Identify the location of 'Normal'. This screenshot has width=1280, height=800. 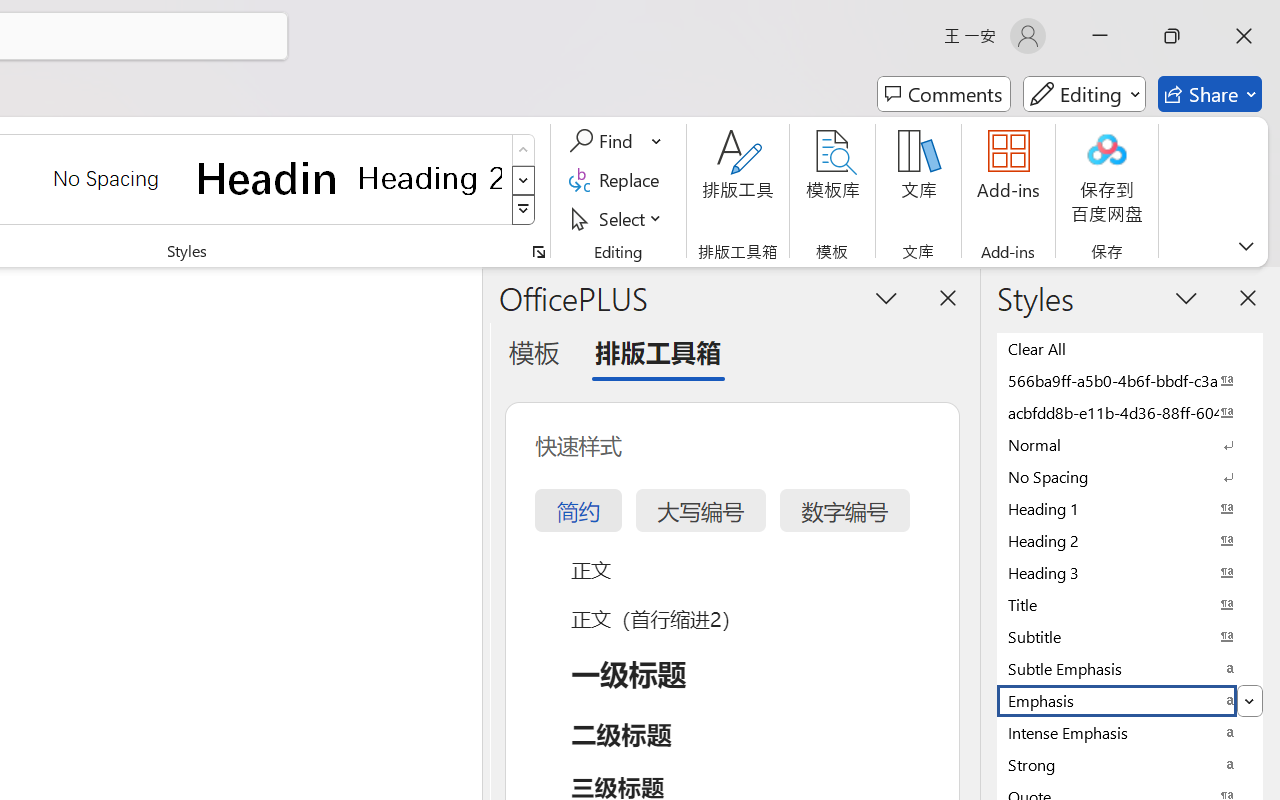
(1130, 443).